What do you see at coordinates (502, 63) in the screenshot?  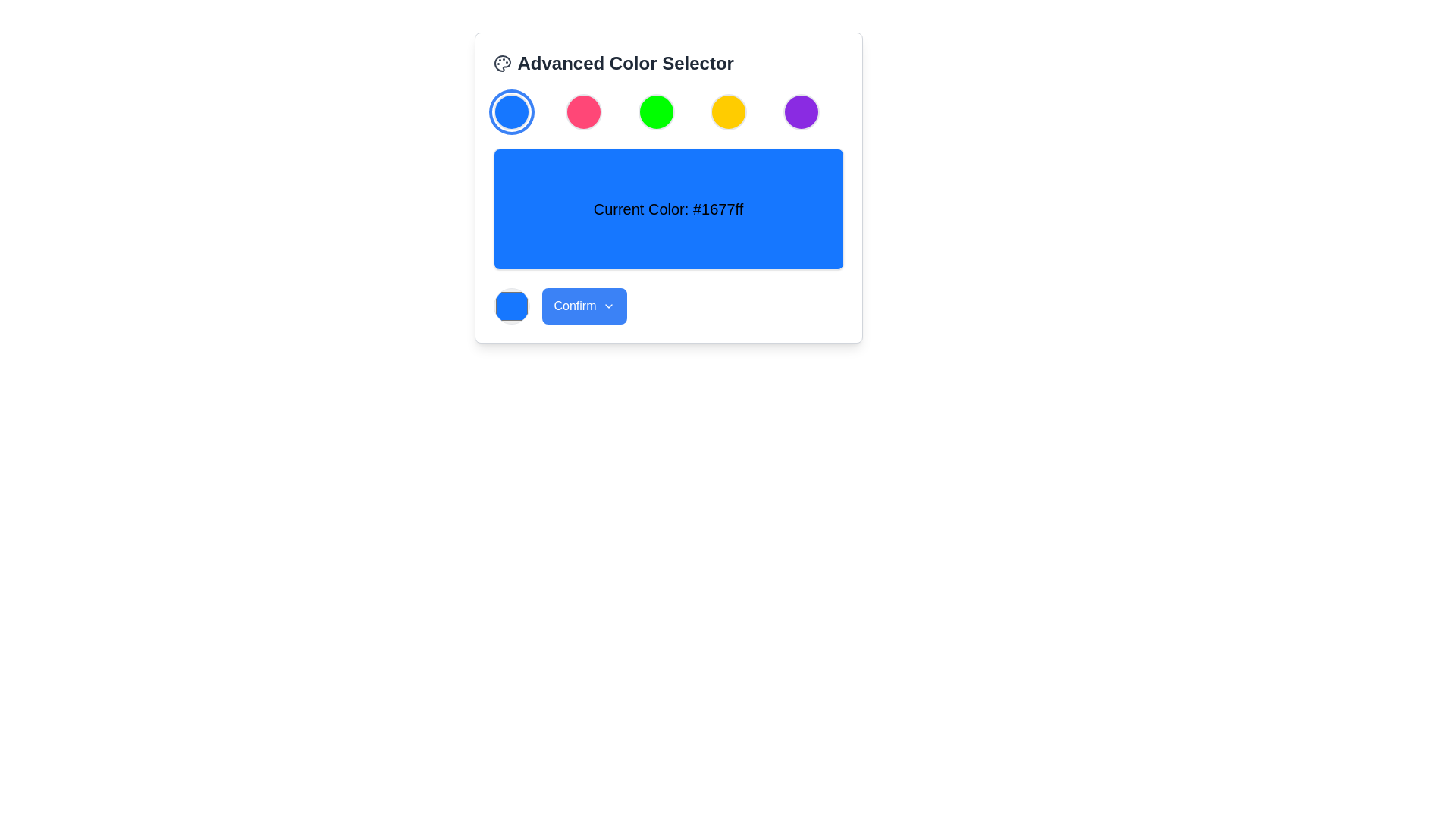 I see `the semi-circular palette icon in the upper-left corner of the Advanced Color Selector interface, which is part of the color selector icon set` at bounding box center [502, 63].